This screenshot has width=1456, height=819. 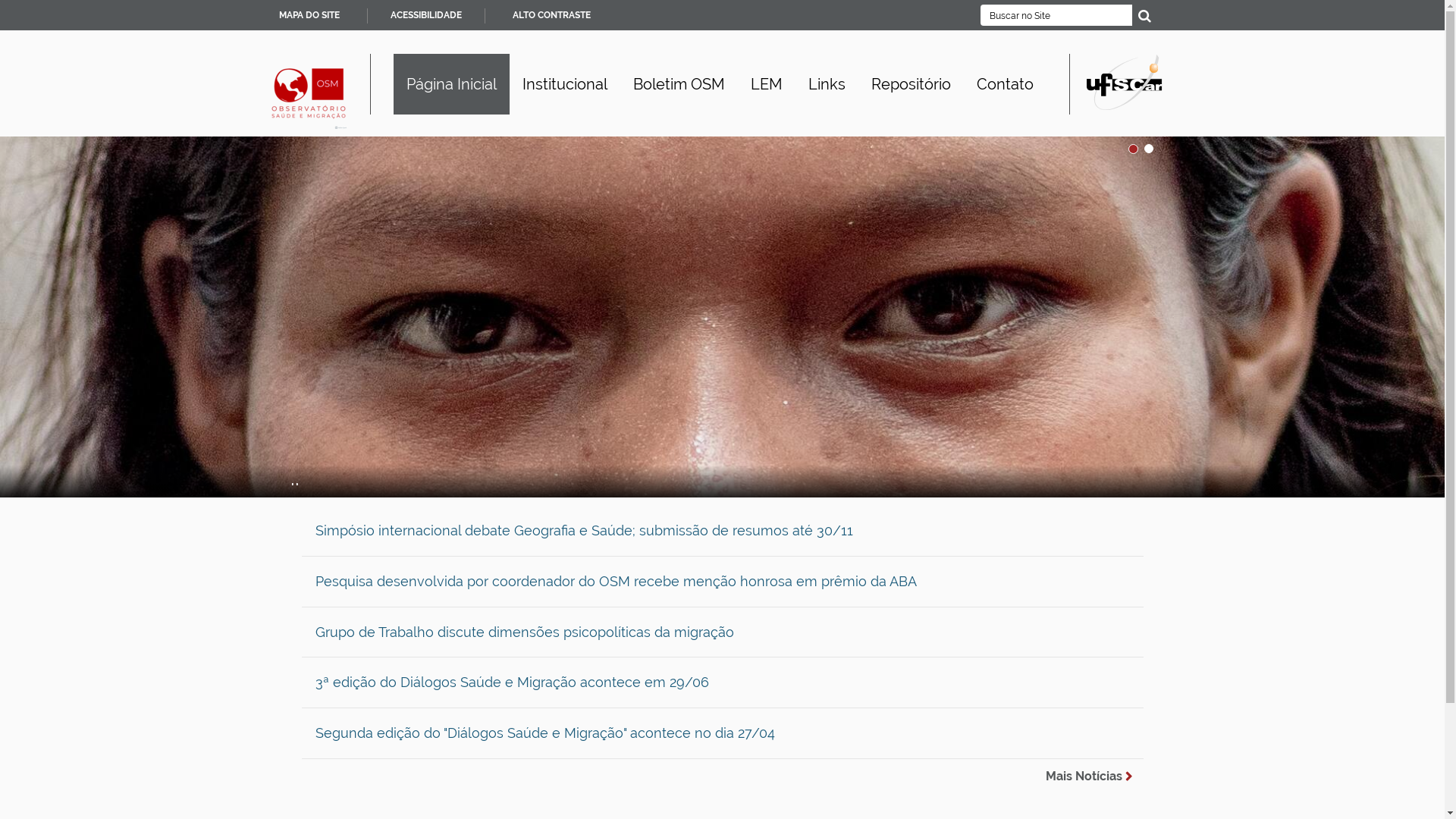 I want to click on 'LEM', so click(x=765, y=84).